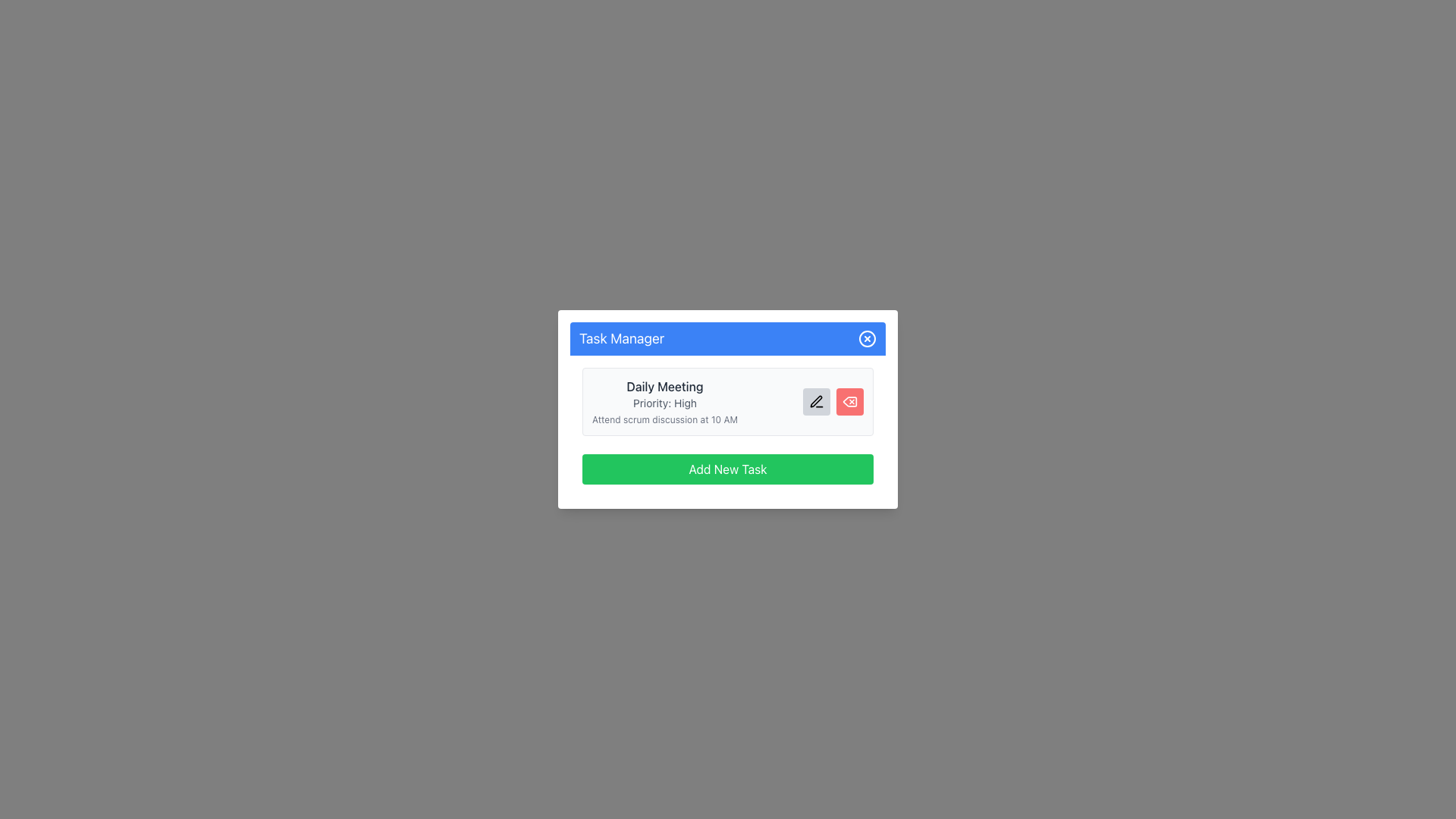 The width and height of the screenshot is (1456, 819). What do you see at coordinates (815, 400) in the screenshot?
I see `the editing icon within the button located on the left side of the adjacent eye icon button in the 'Task Manager' modal` at bounding box center [815, 400].